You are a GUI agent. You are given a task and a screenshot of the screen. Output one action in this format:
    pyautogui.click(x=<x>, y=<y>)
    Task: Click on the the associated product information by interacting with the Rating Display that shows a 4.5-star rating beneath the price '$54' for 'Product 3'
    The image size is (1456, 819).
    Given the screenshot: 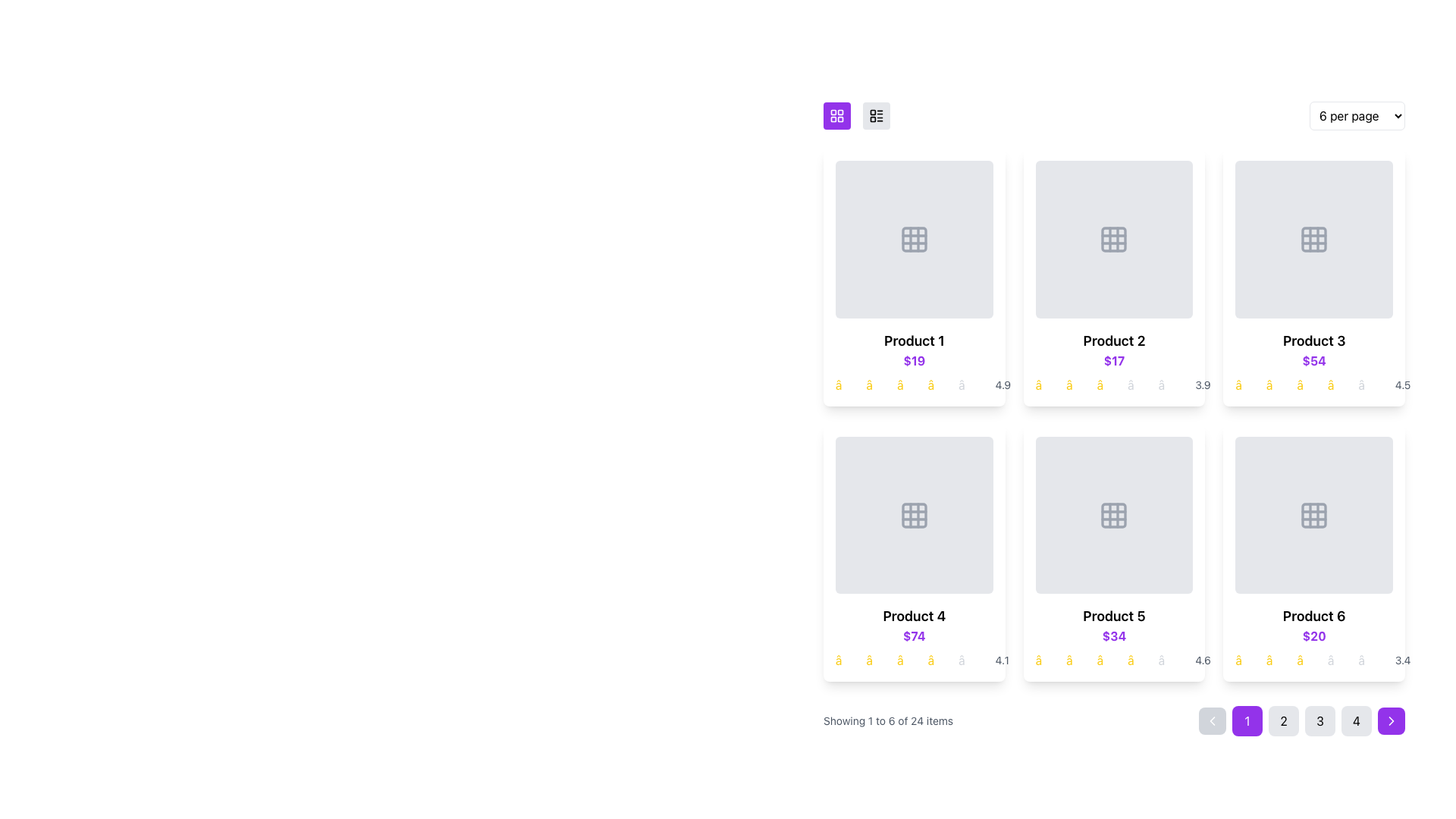 What is the action you would take?
    pyautogui.click(x=1313, y=384)
    